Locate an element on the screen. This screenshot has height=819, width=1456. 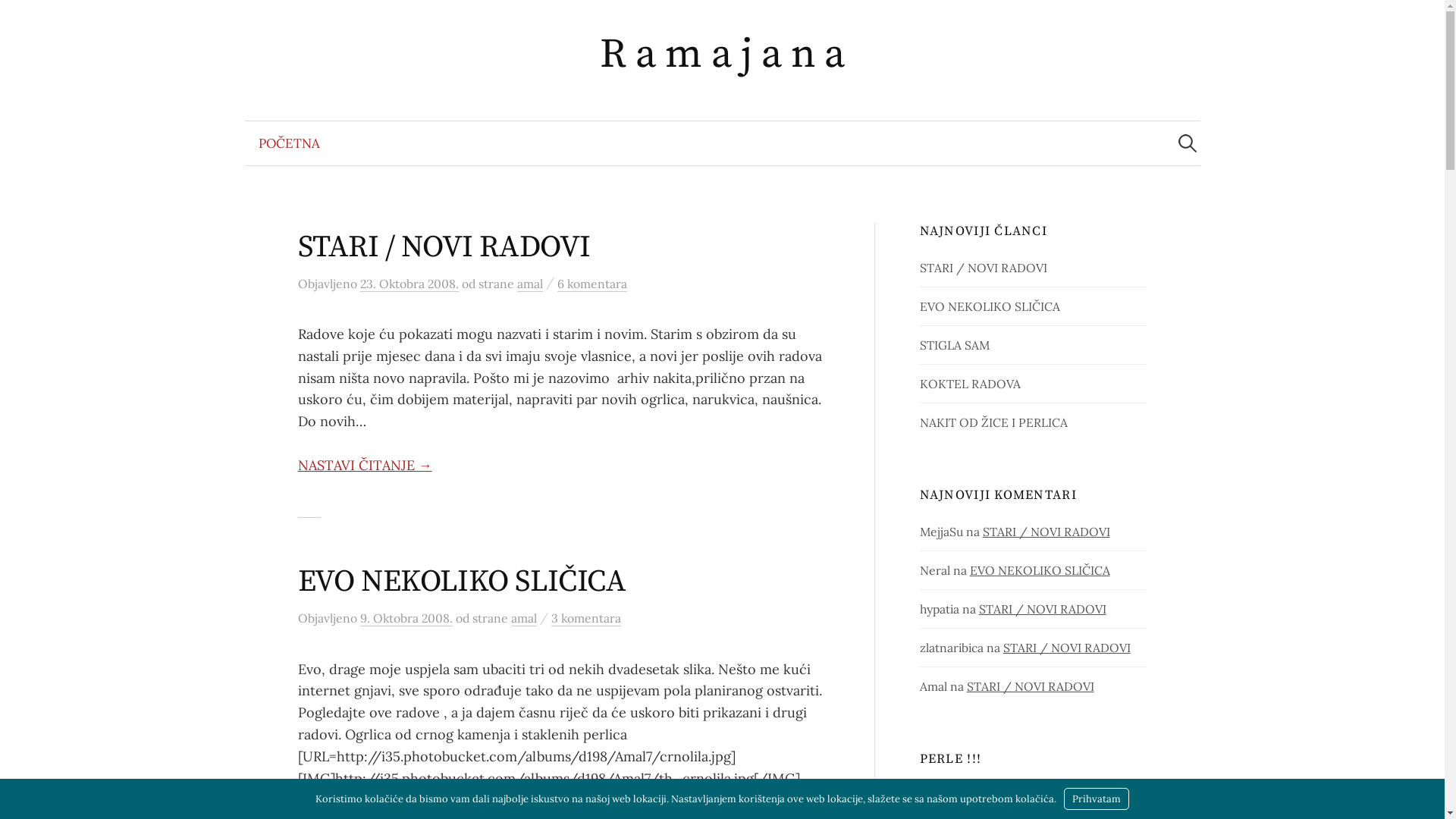
'9. Oktobra 2008.' is located at coordinates (359, 618).